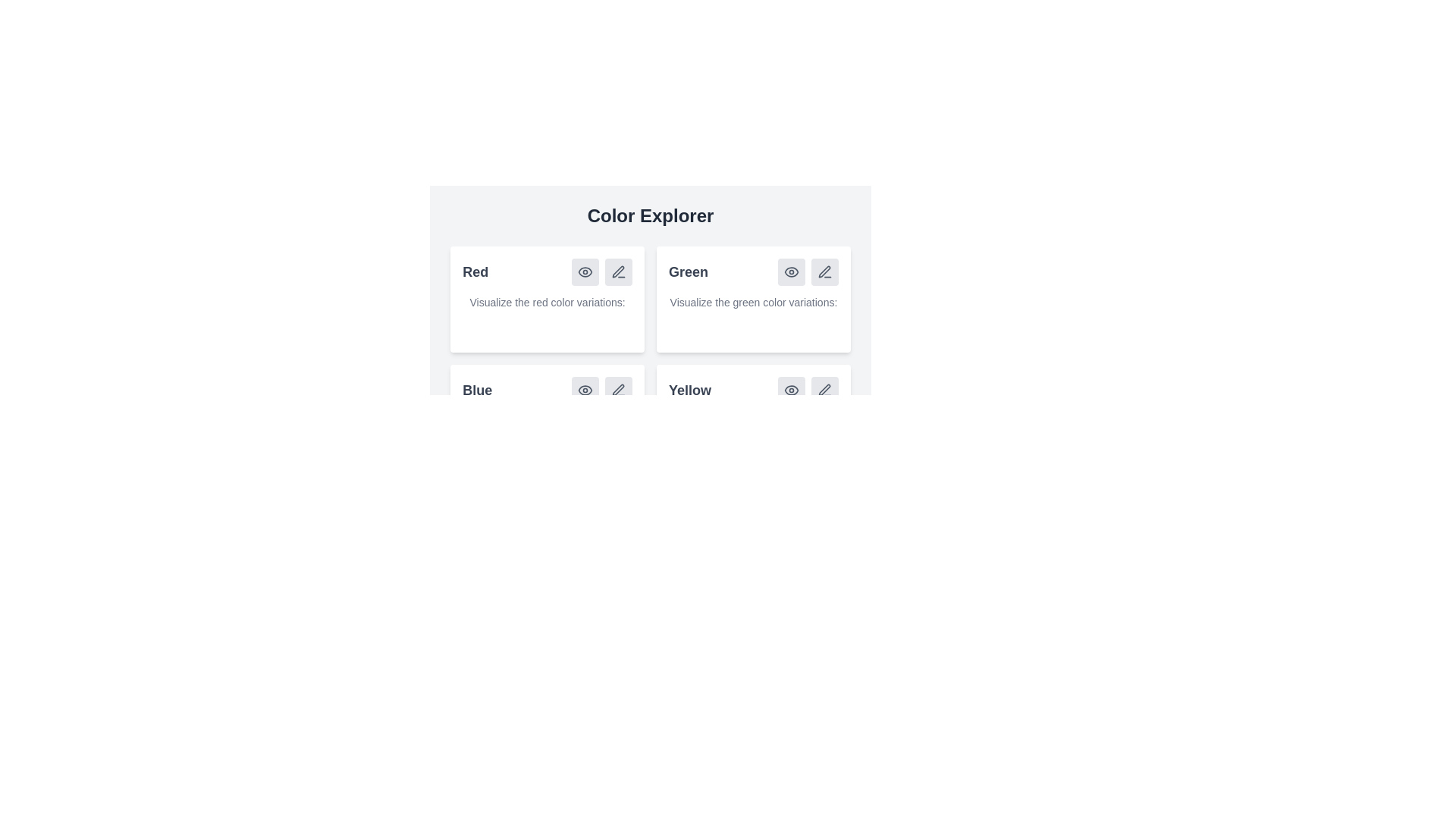 Image resolution: width=1456 pixels, height=819 pixels. Describe the element at coordinates (651, 281) in the screenshot. I see `the right tile of the first row in the navigational grid under 'Color Explorer' to interact with the content` at that location.